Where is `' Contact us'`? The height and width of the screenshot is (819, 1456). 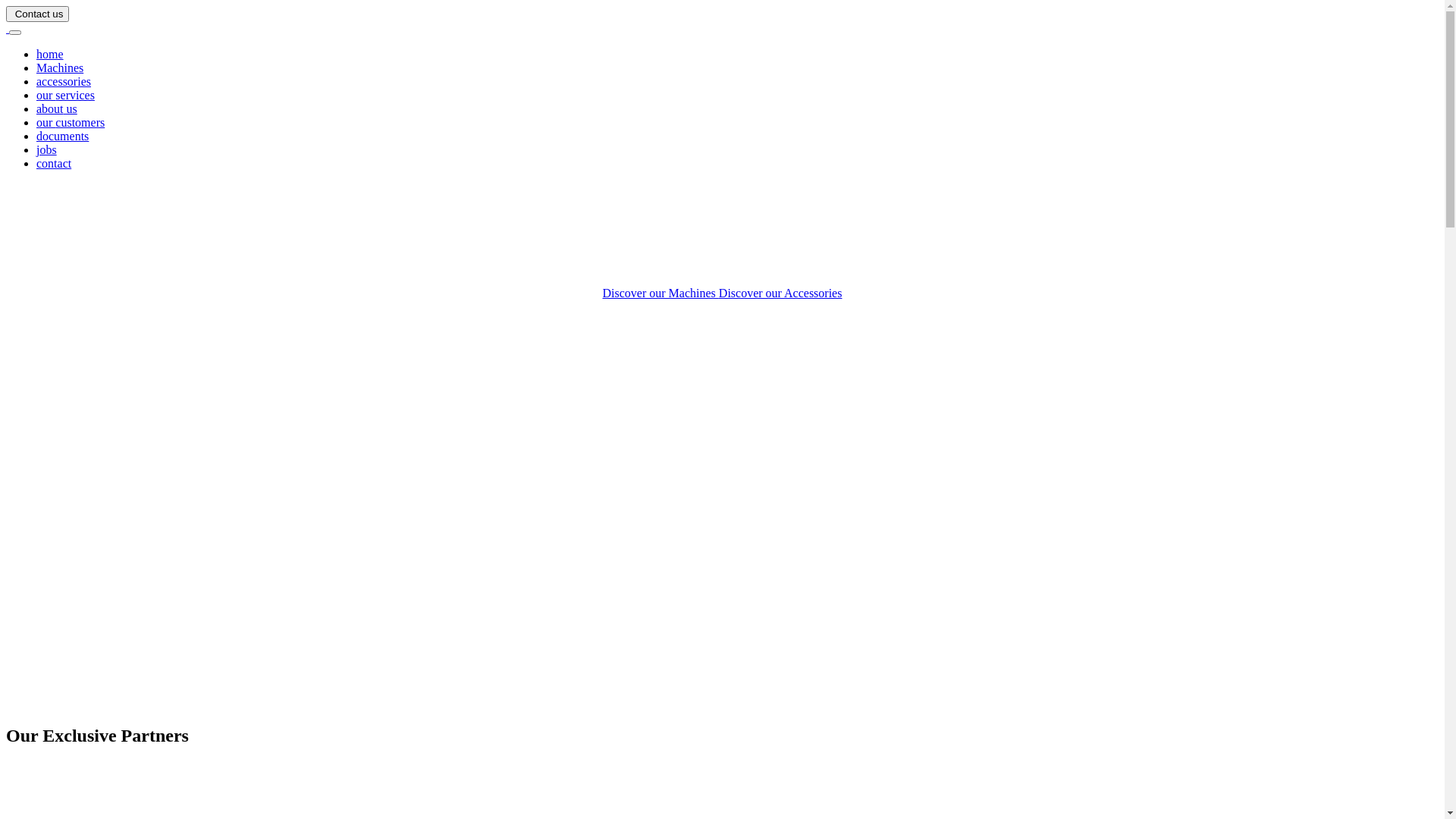
' Contact us' is located at coordinates (37, 13).